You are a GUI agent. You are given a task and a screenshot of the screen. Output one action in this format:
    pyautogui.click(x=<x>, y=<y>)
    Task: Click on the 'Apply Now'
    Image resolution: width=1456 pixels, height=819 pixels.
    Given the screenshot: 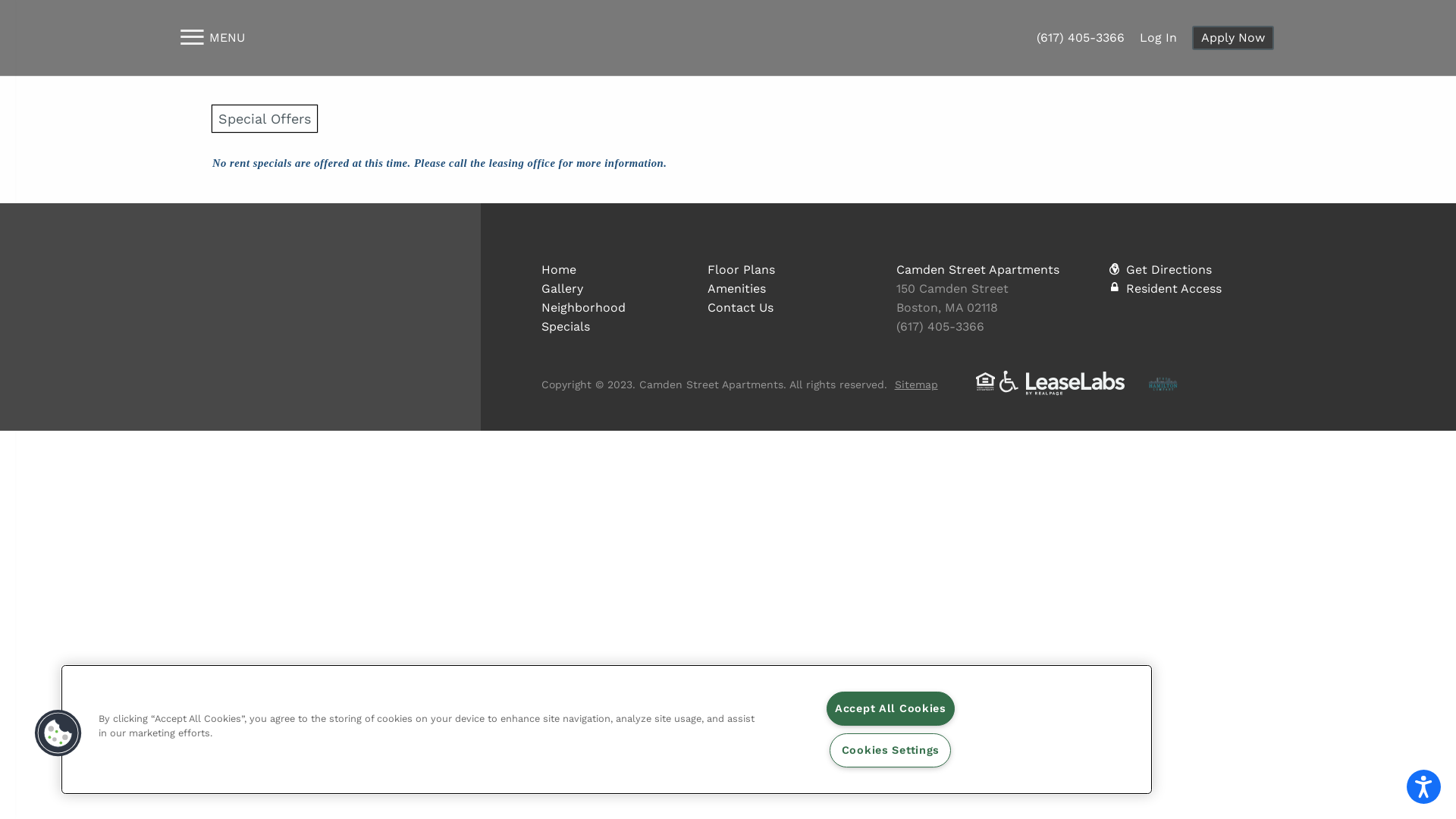 What is the action you would take?
    pyautogui.click(x=1233, y=37)
    